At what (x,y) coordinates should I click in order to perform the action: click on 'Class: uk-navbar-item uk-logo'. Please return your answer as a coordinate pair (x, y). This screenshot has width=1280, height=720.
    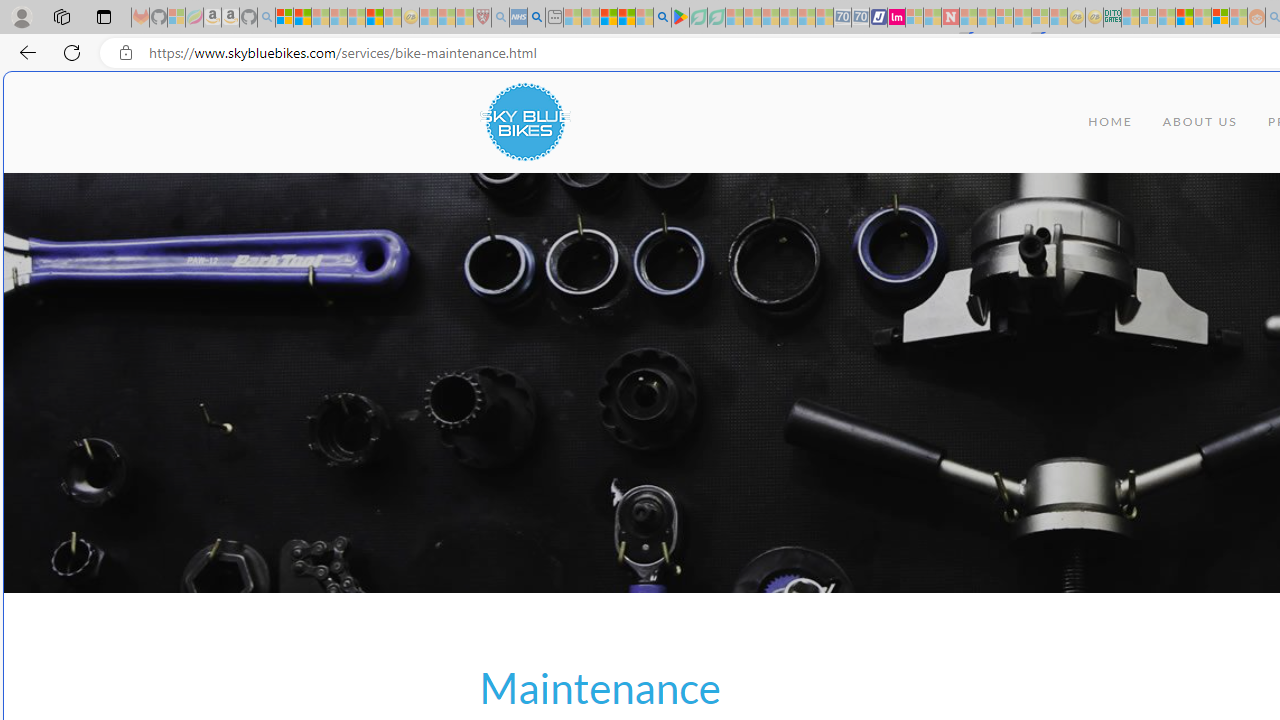
    Looking at the image, I should click on (524, 122).